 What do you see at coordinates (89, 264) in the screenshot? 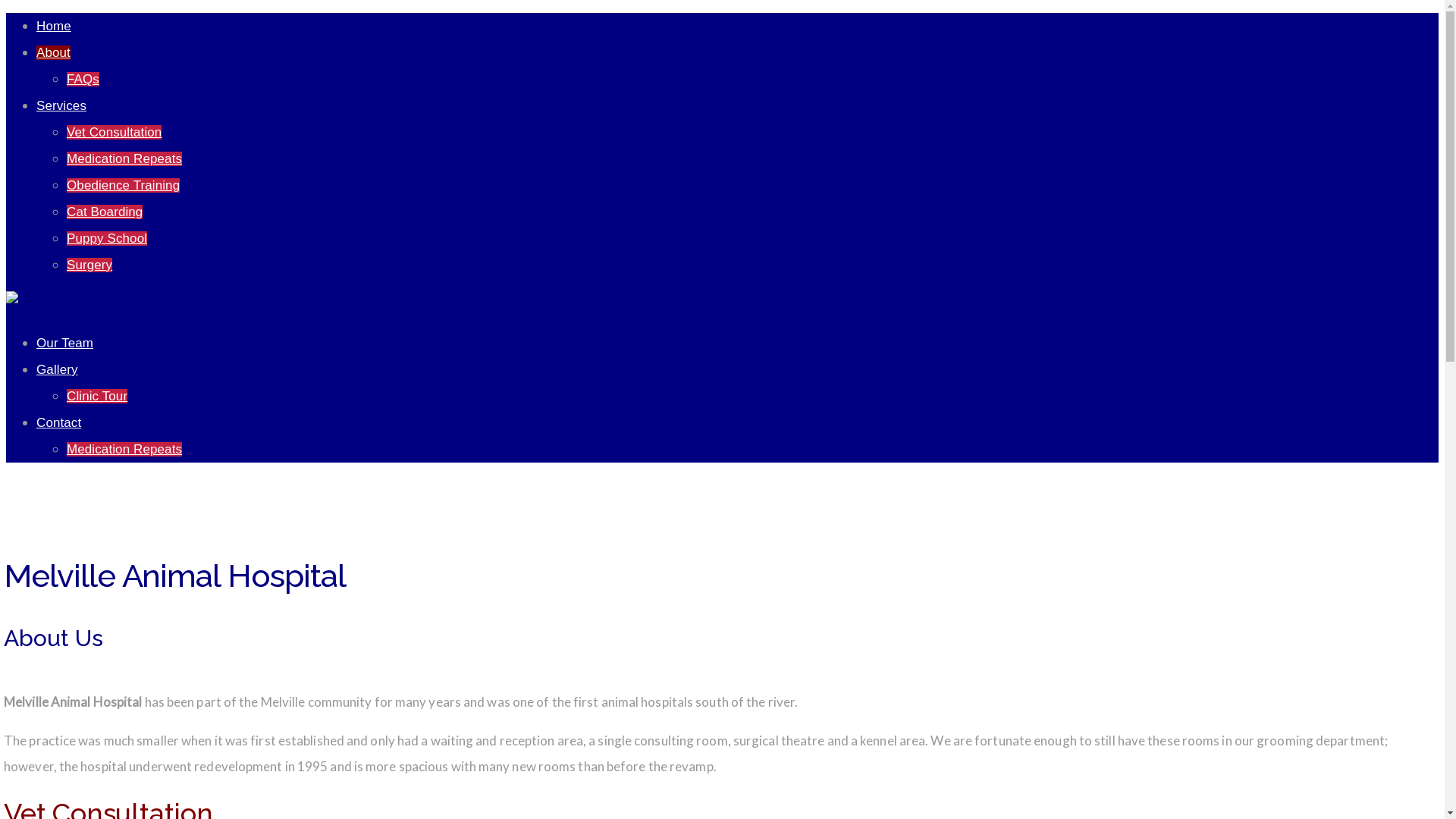
I see `'Surgery'` at bounding box center [89, 264].